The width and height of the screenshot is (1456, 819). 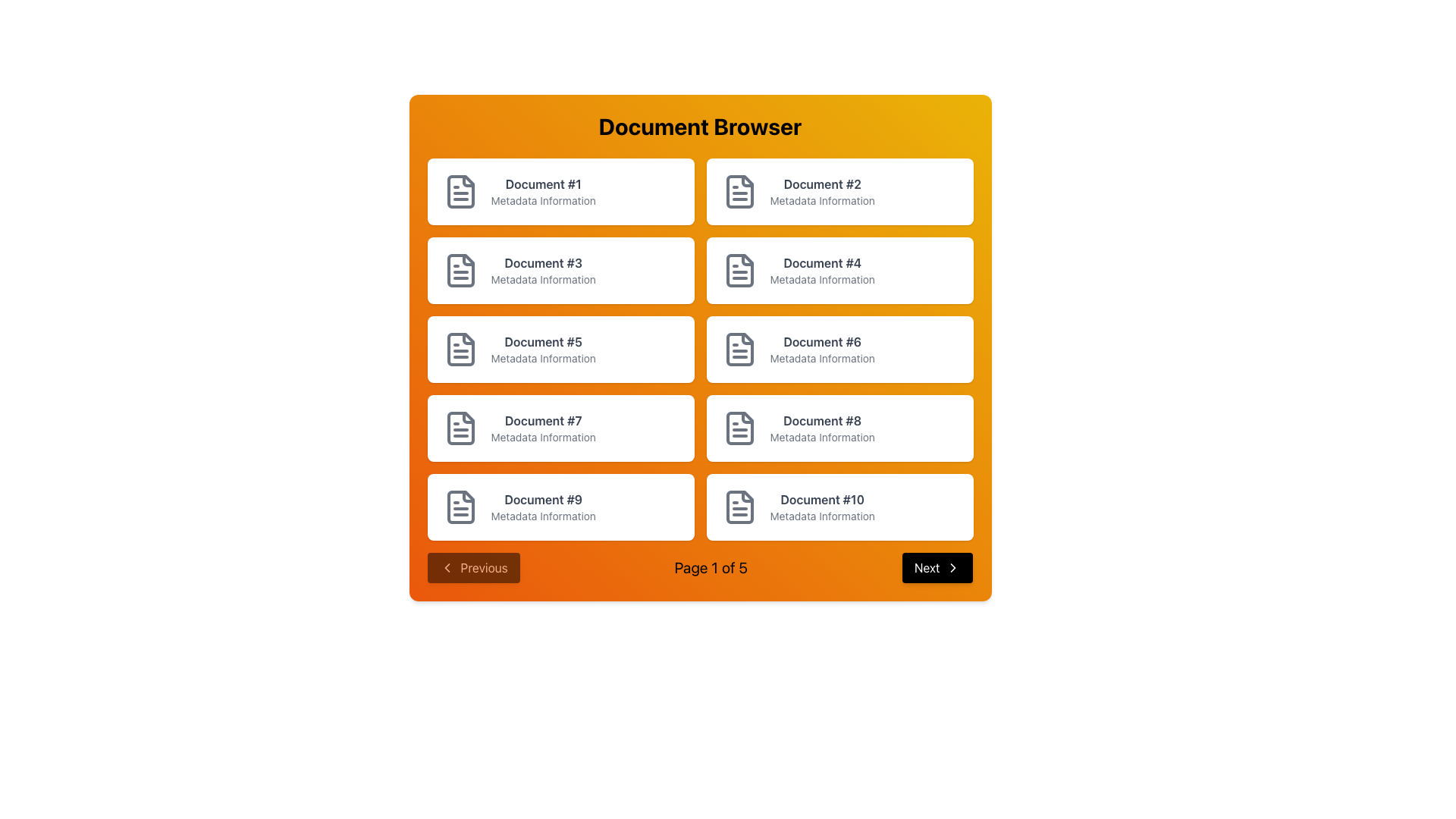 What do you see at coordinates (543, 184) in the screenshot?
I see `the information from the text label 'Document #1'` at bounding box center [543, 184].